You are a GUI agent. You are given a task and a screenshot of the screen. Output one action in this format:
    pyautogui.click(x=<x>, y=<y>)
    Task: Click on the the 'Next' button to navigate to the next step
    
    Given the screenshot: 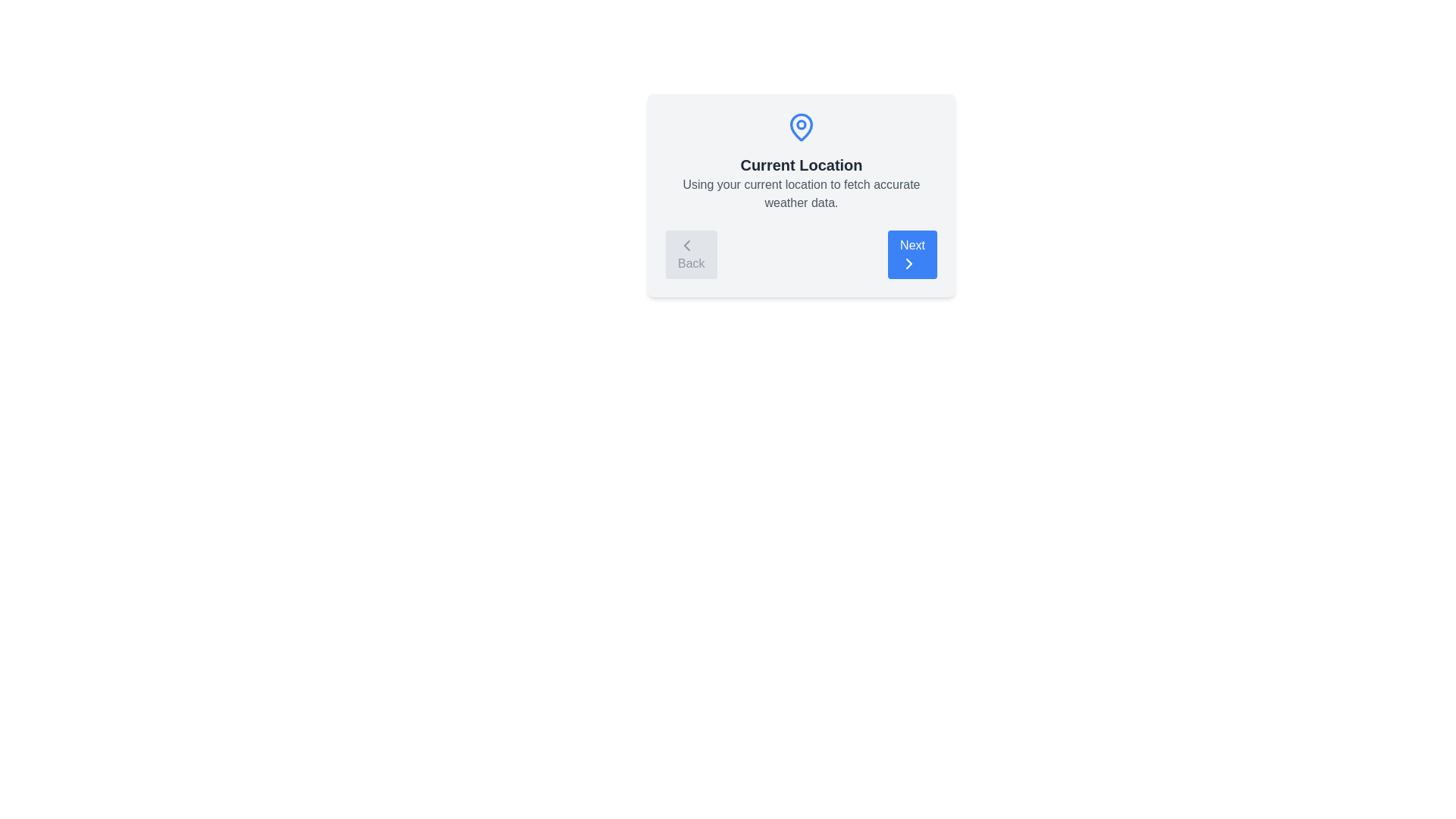 What is the action you would take?
    pyautogui.click(x=912, y=253)
    